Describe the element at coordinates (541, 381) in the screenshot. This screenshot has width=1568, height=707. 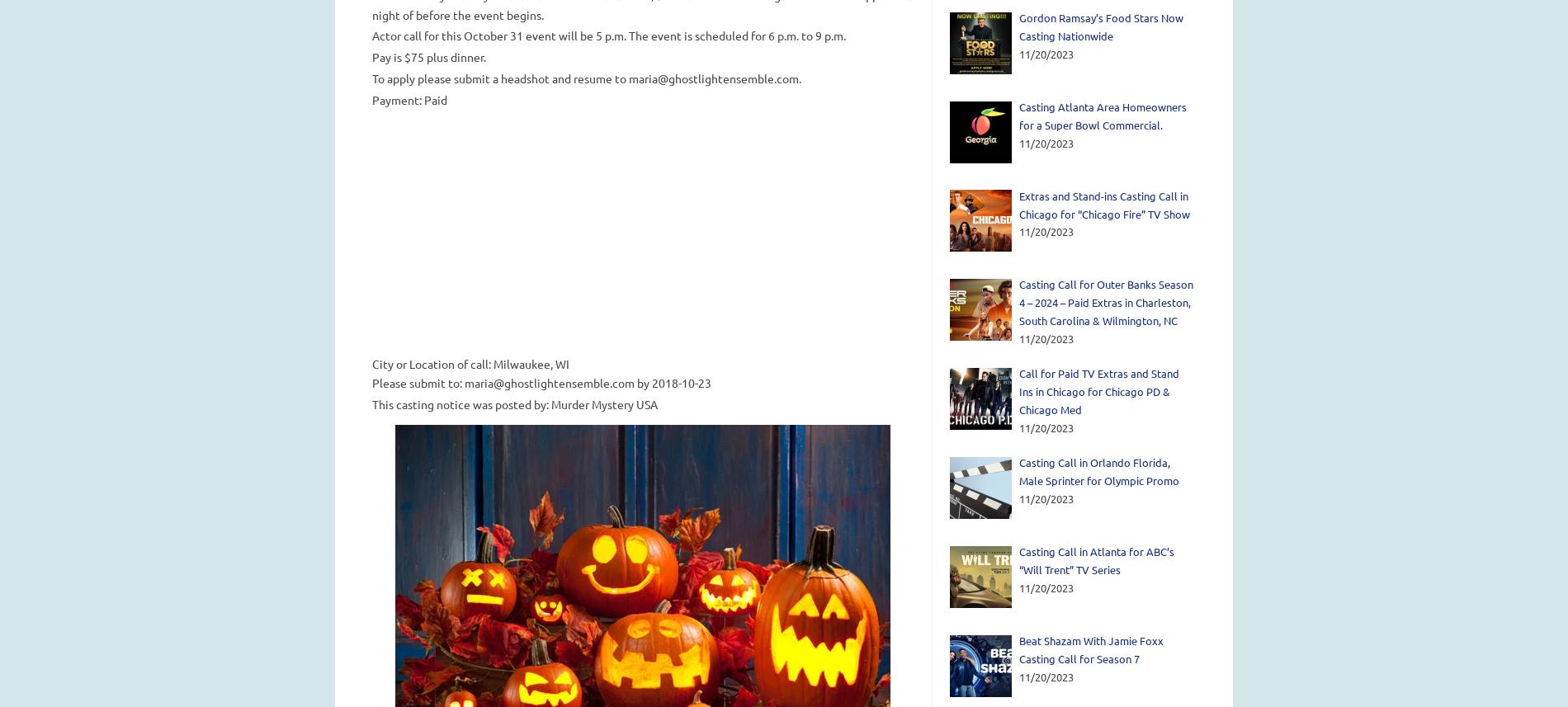
I see `'Please submit to: maria@ghostlightensemble.com by 2018-10-23'` at that location.